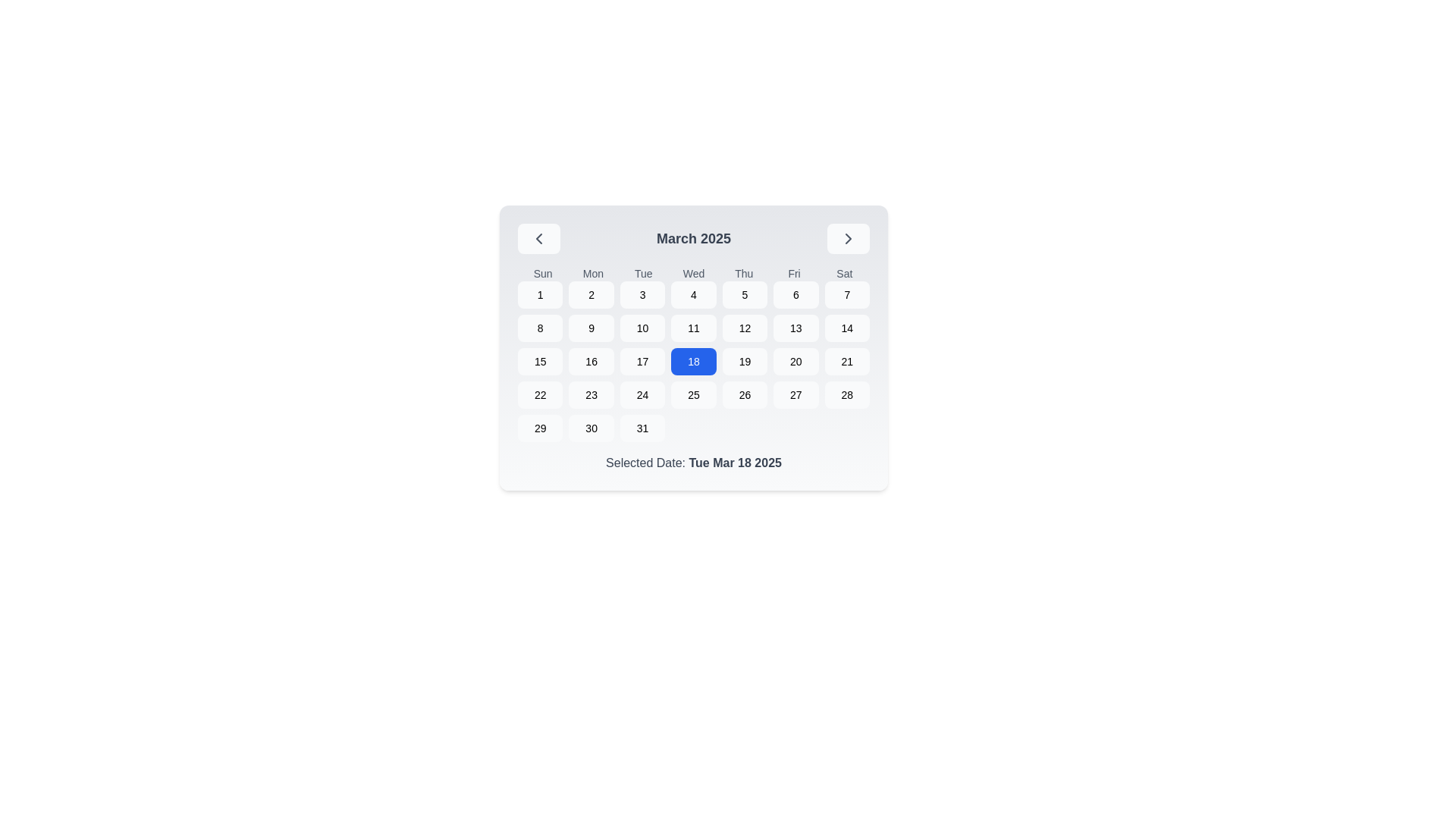  I want to click on the calendar date button labeled '20' to select and confirm the date, so click(795, 362).